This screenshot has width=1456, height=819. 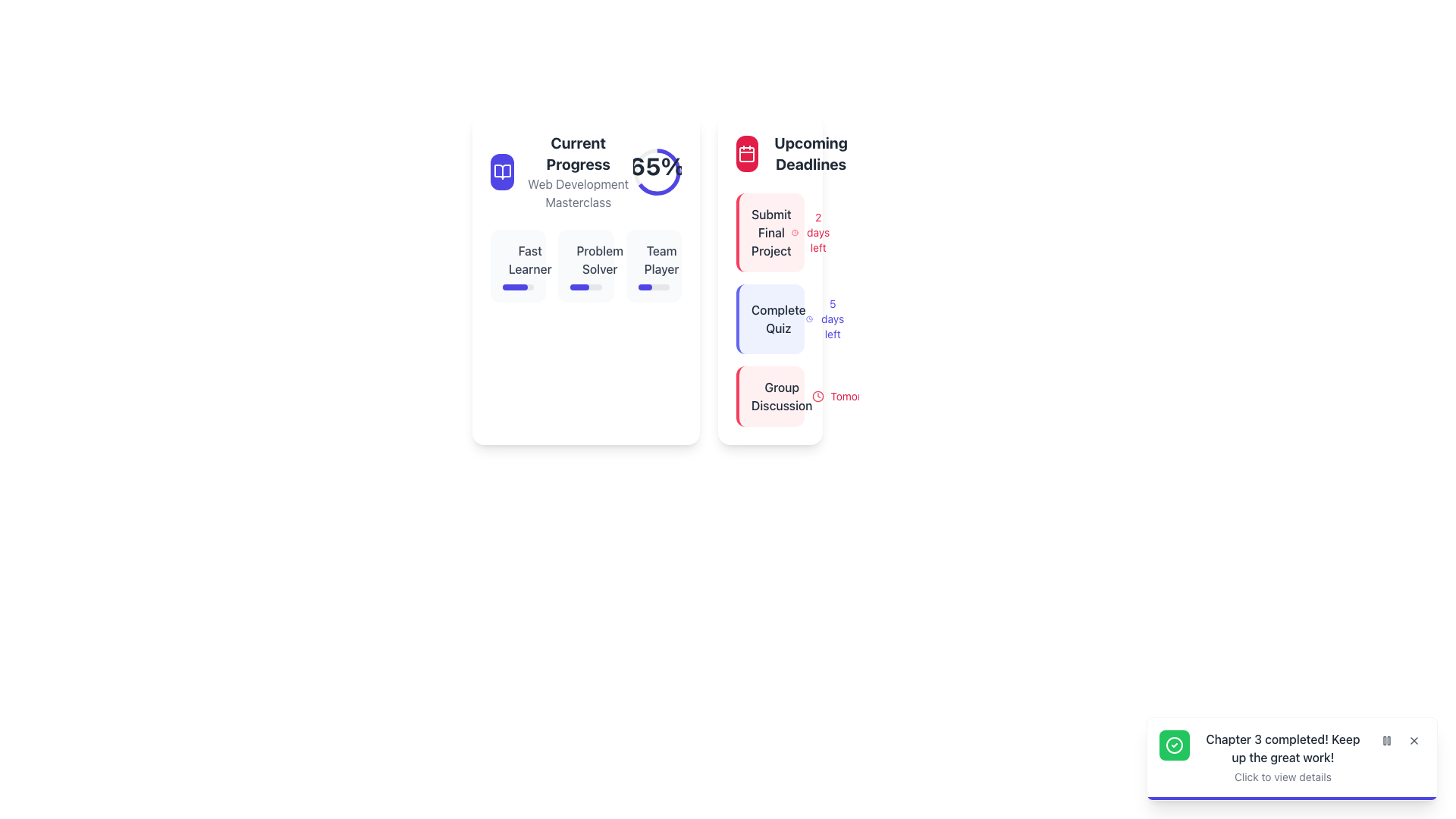 I want to click on the circular graphical component located in the bottom-right corner of the interface within the notification card that displays 'Chapter 3 completed! Keep up the great work!', so click(x=1174, y=745).